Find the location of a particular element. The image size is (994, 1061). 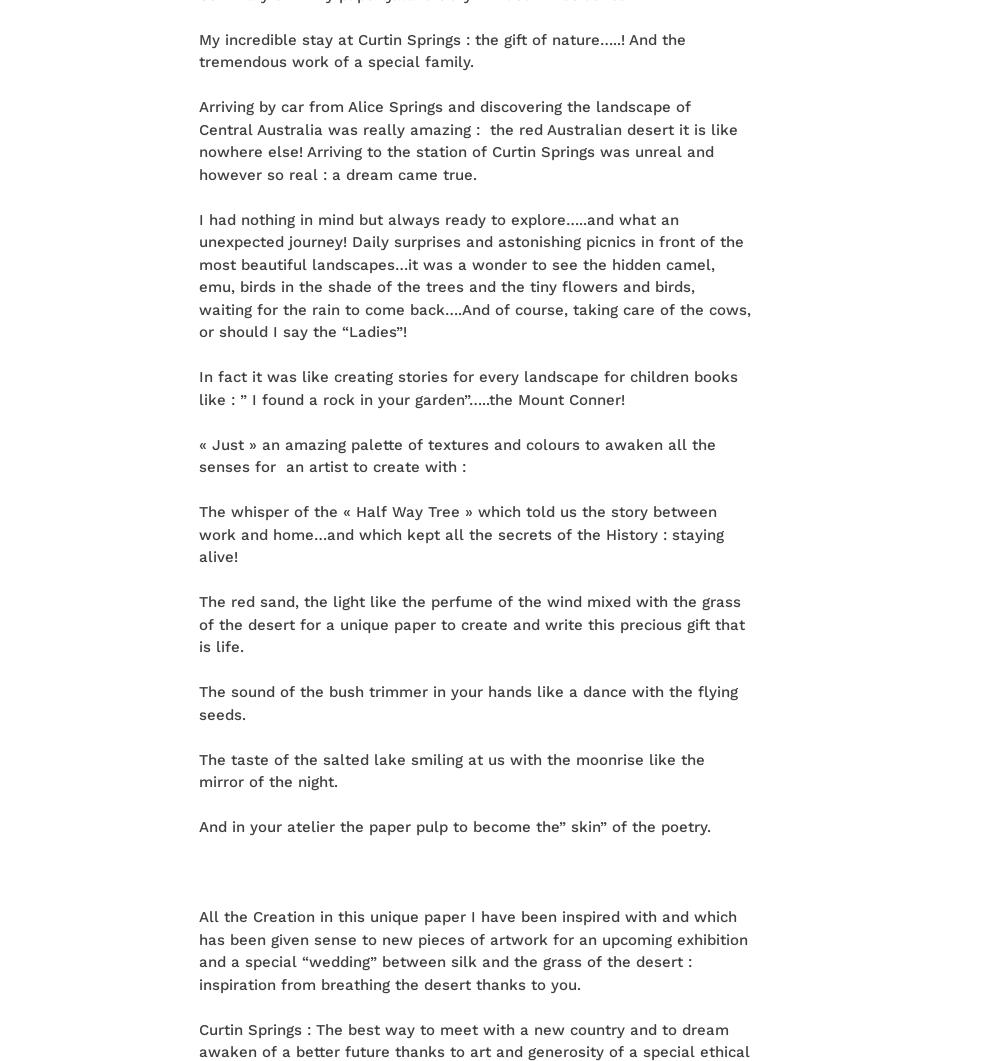

'The taste of the salted lake smiling at us with the moonrise like the mirror of the night.' is located at coordinates (451, 770).